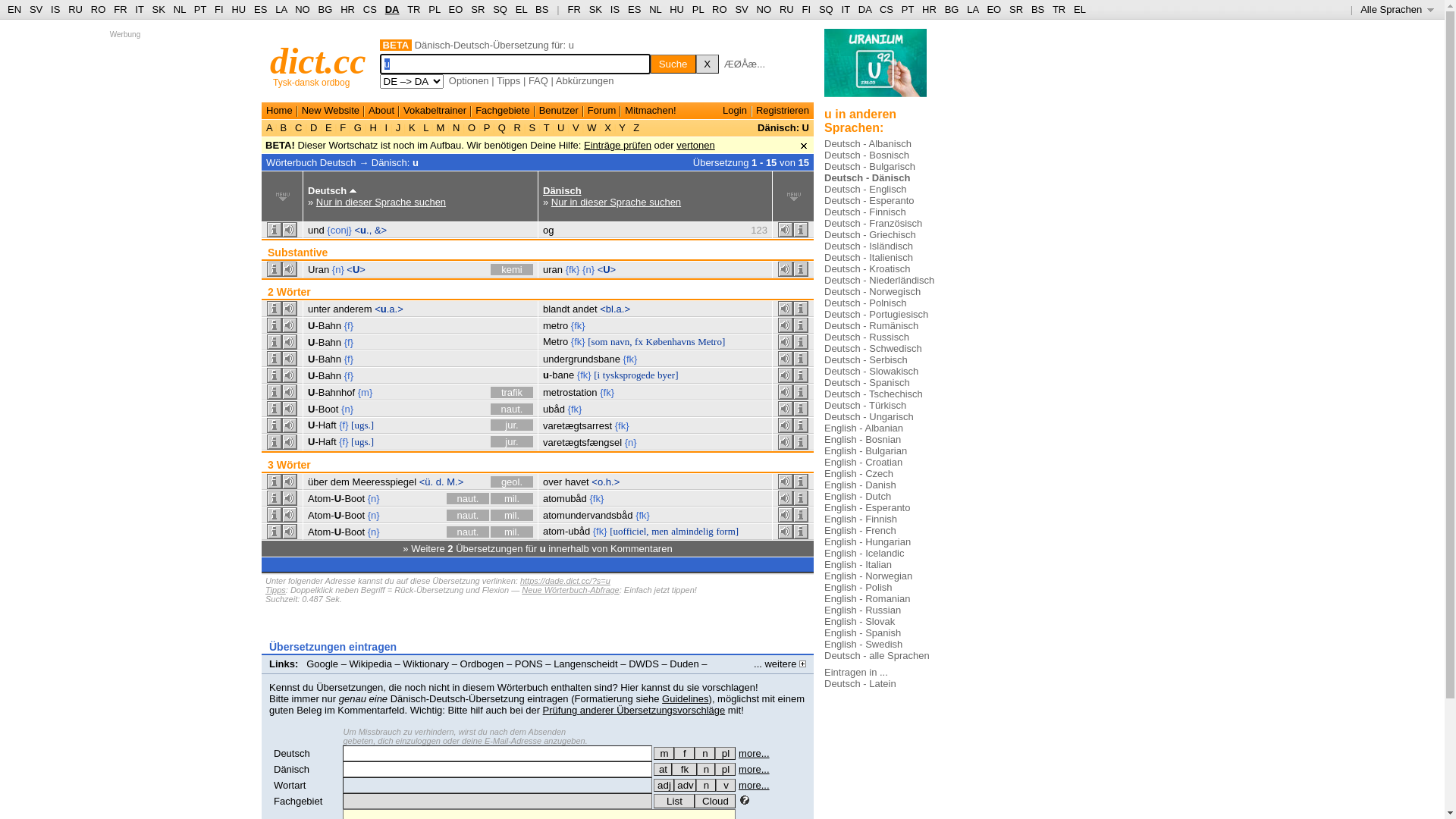 Image resolution: width=1456 pixels, height=819 pixels. I want to click on 'Ordbogen', so click(482, 663).